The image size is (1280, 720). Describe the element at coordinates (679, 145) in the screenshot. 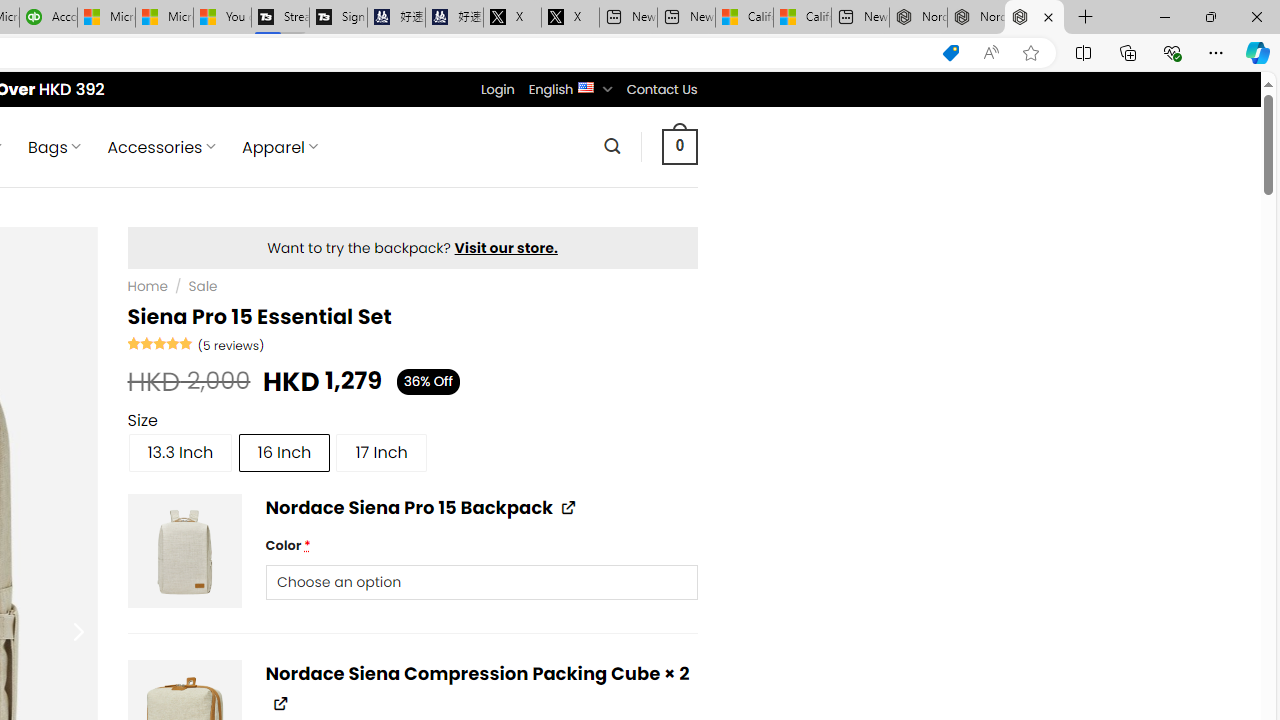

I see `'  0  '` at that location.